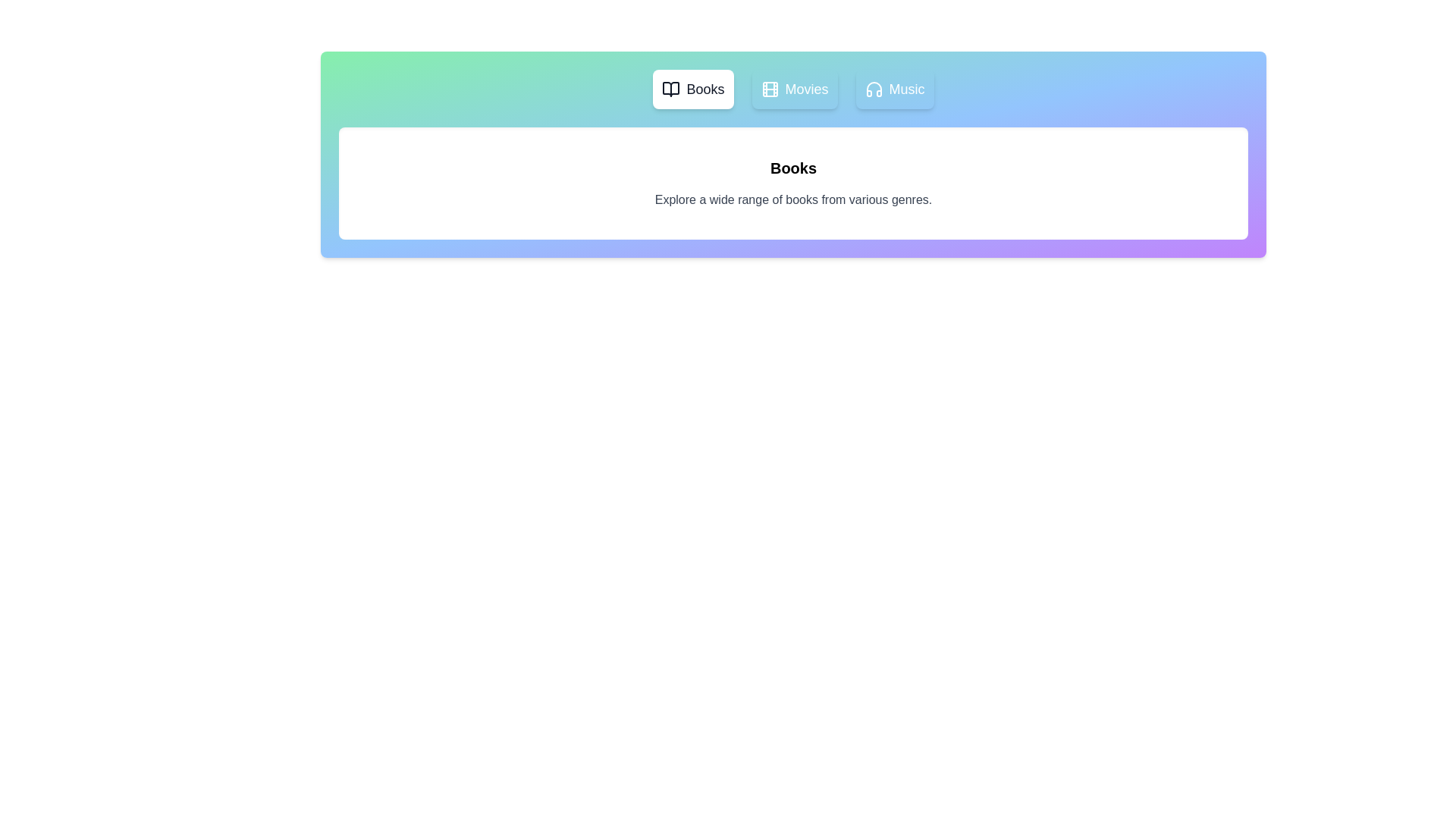  What do you see at coordinates (895, 89) in the screenshot?
I see `the Music tab to view its content` at bounding box center [895, 89].